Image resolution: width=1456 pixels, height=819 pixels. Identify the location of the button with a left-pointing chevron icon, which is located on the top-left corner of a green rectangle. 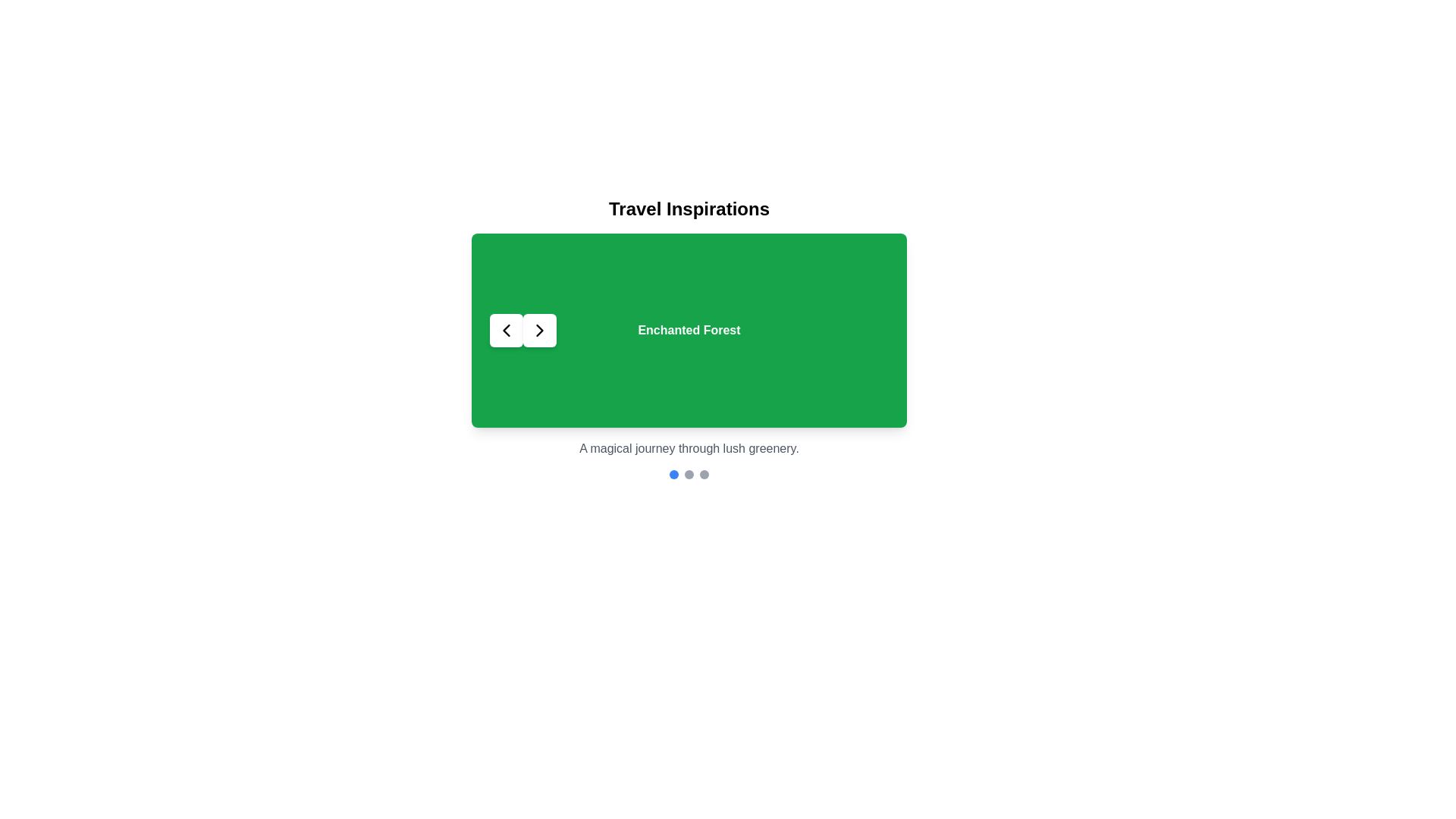
(506, 329).